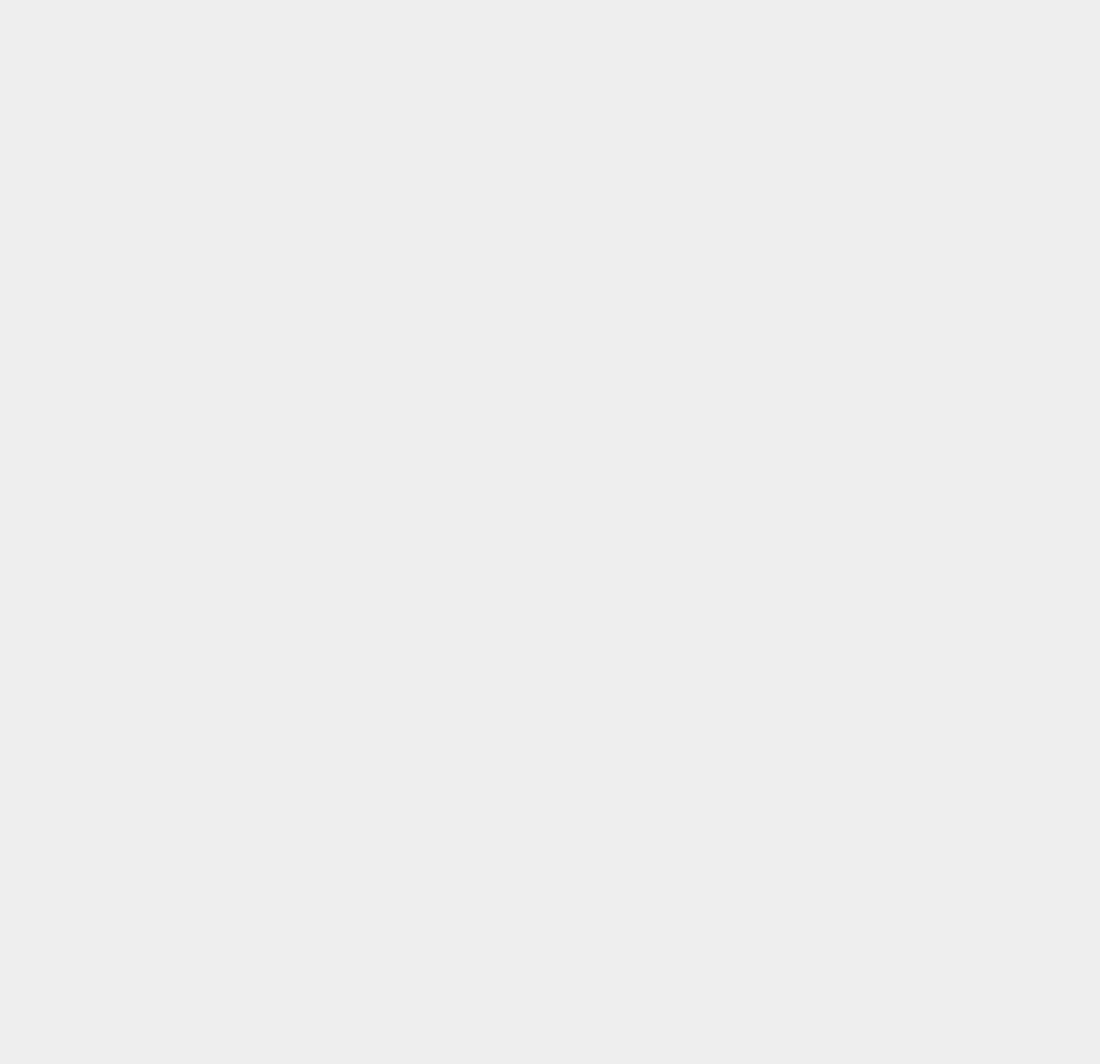  What do you see at coordinates (796, 762) in the screenshot?
I see `'Meizu'` at bounding box center [796, 762].